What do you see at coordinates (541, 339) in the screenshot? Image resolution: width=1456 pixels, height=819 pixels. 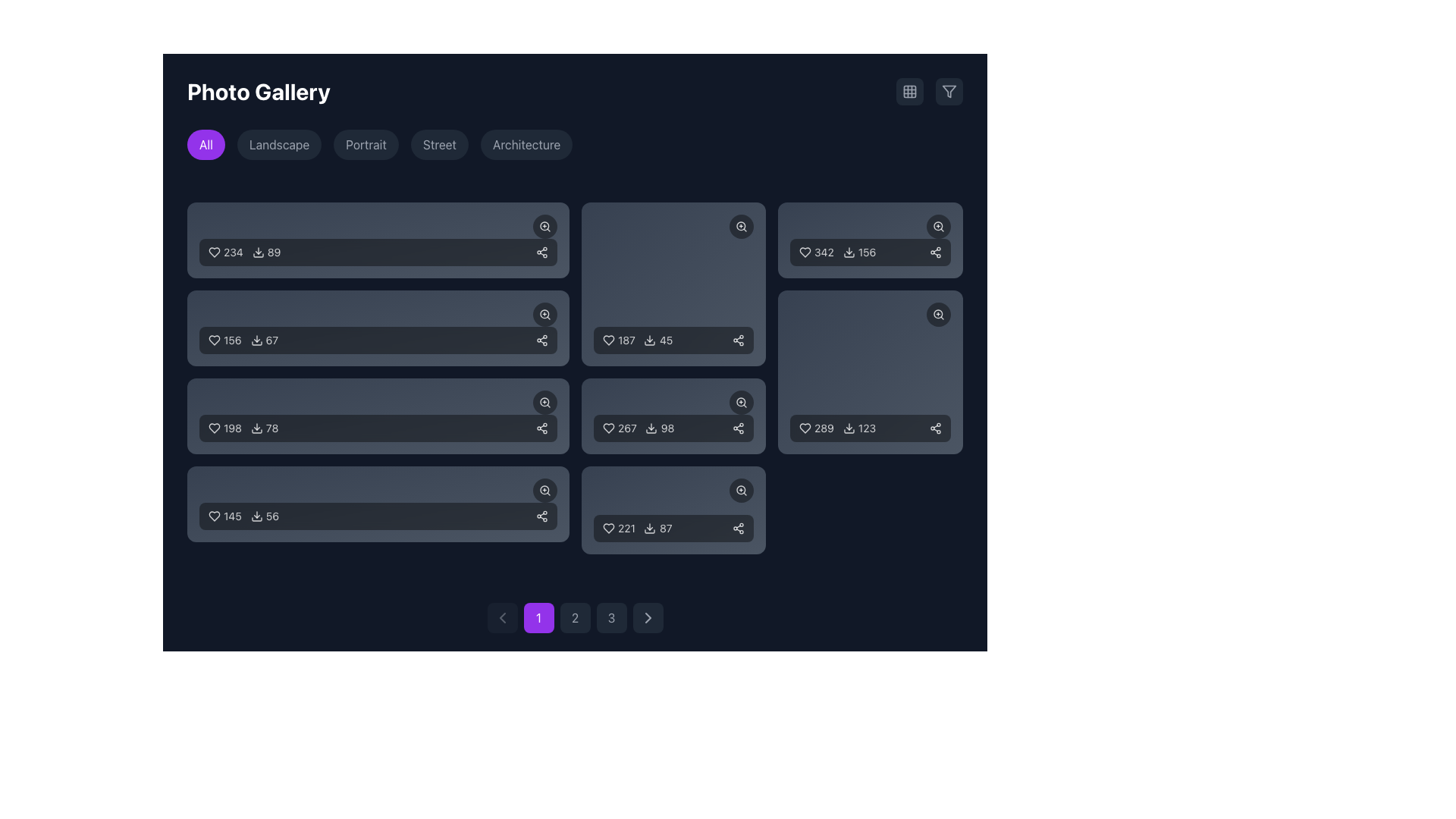 I see `the share button located in the bottom-right corner of the second horizontal bar in the grid of photo entries` at bounding box center [541, 339].